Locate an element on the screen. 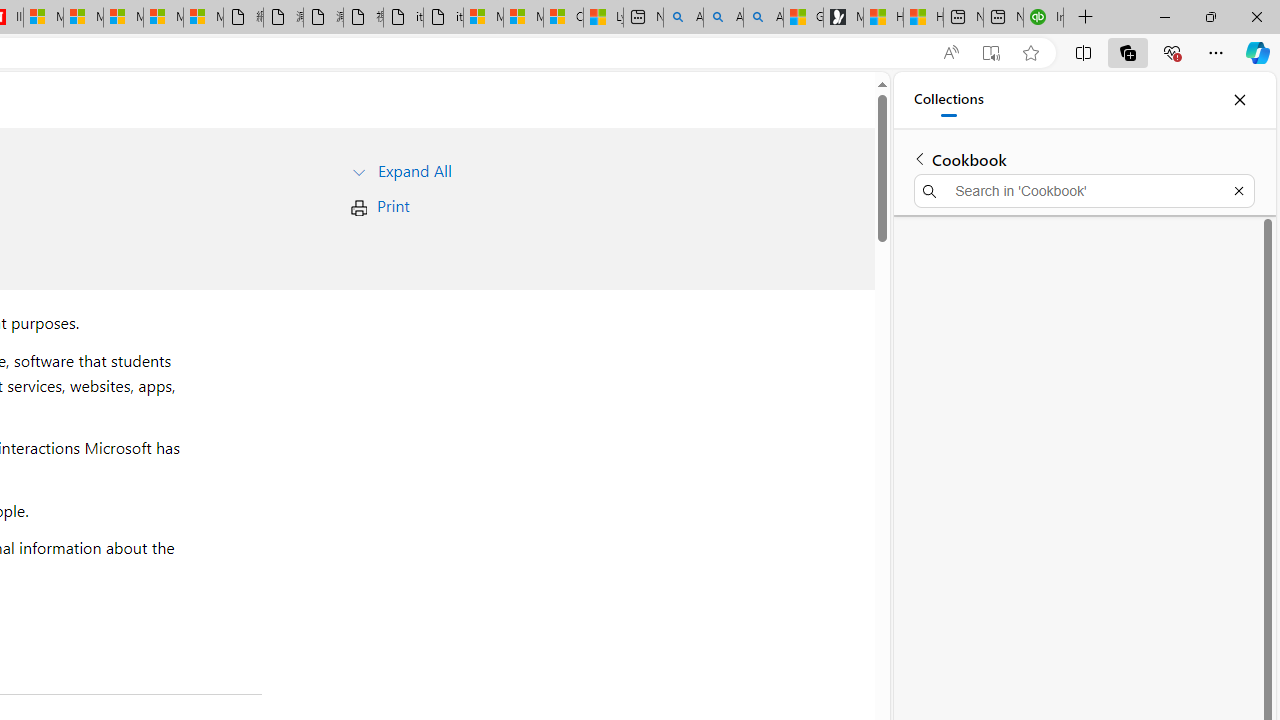 This screenshot has height=720, width=1280. 'Intuit QuickBooks Online - Quickbooks' is located at coordinates (1042, 17).